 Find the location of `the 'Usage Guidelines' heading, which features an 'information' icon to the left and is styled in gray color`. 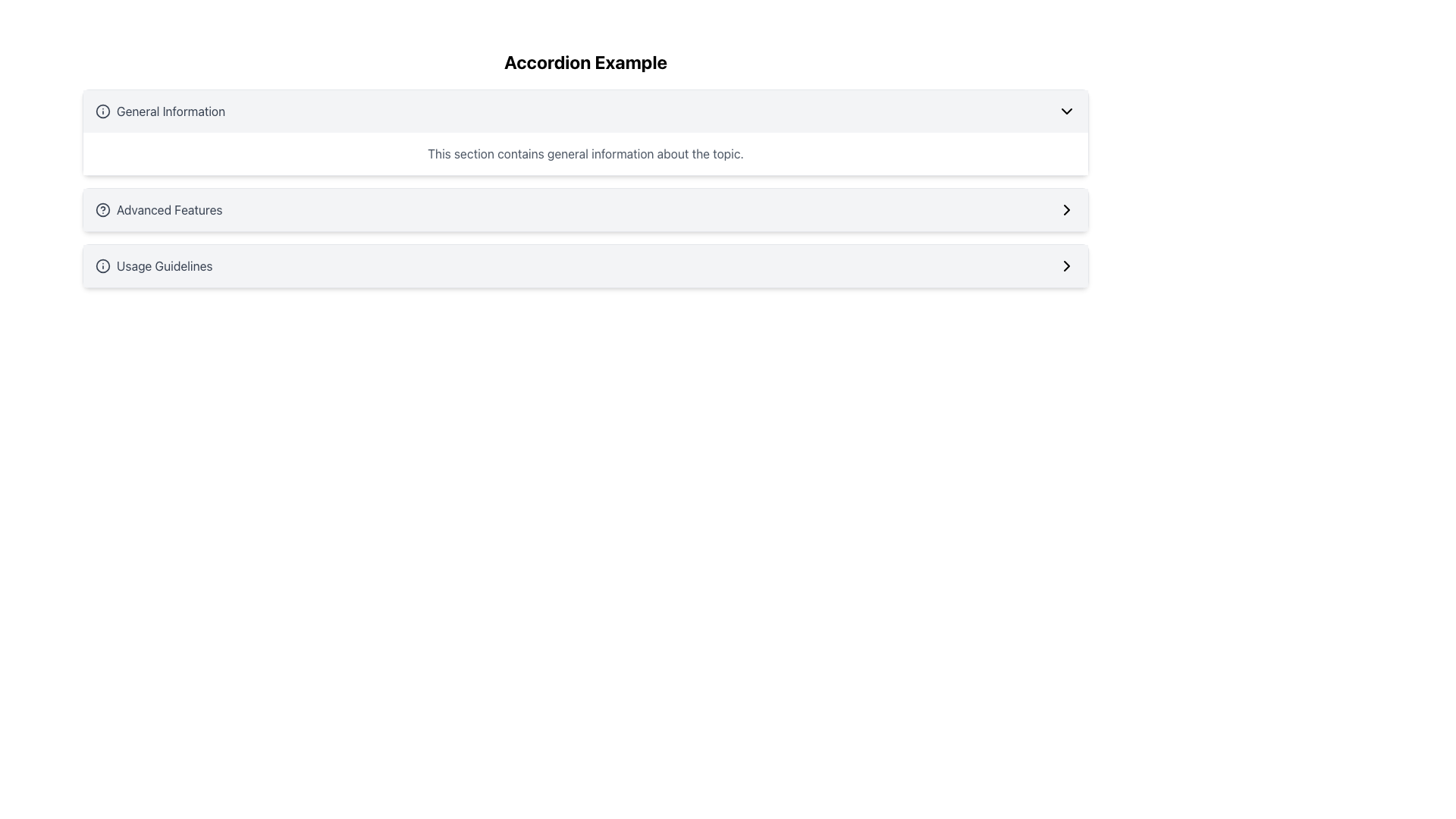

the 'Usage Guidelines' heading, which features an 'information' icon to the left and is styled in gray color is located at coordinates (154, 265).